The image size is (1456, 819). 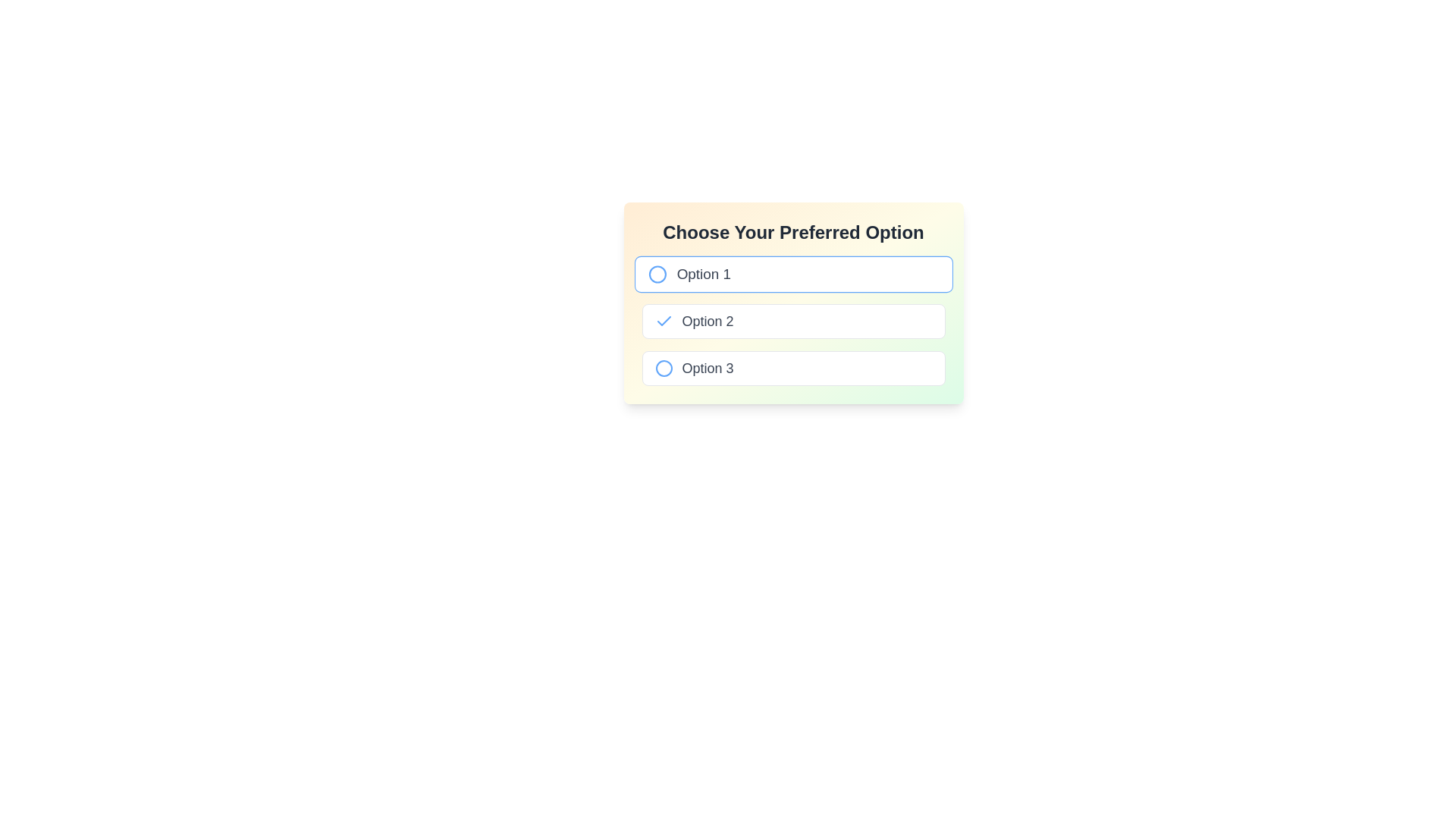 I want to click on the third radio button, which is a circular element with a thin outline located next to the 'Option 3' label, so click(x=664, y=369).